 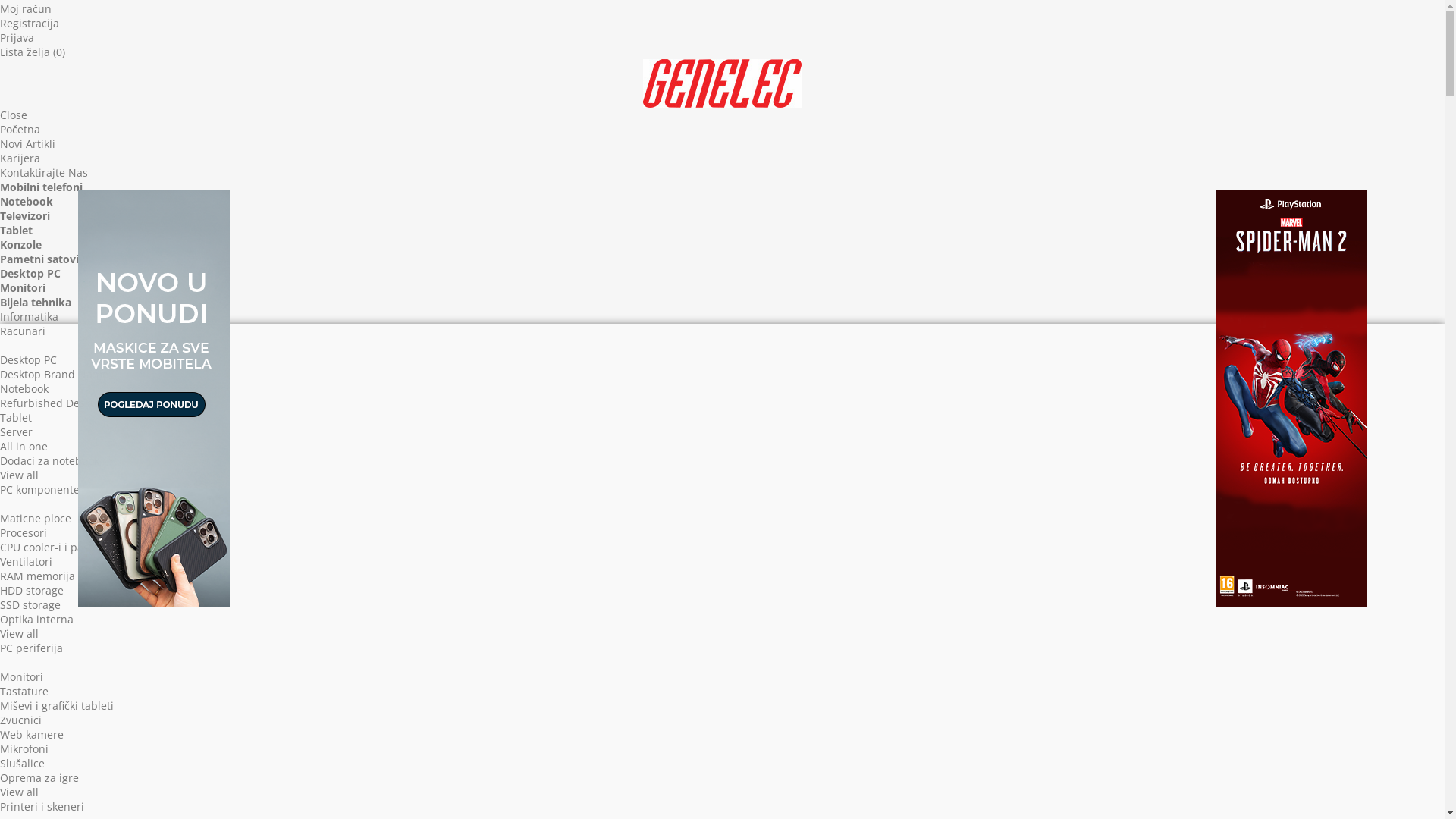 What do you see at coordinates (24, 388) in the screenshot?
I see `'Notebook'` at bounding box center [24, 388].